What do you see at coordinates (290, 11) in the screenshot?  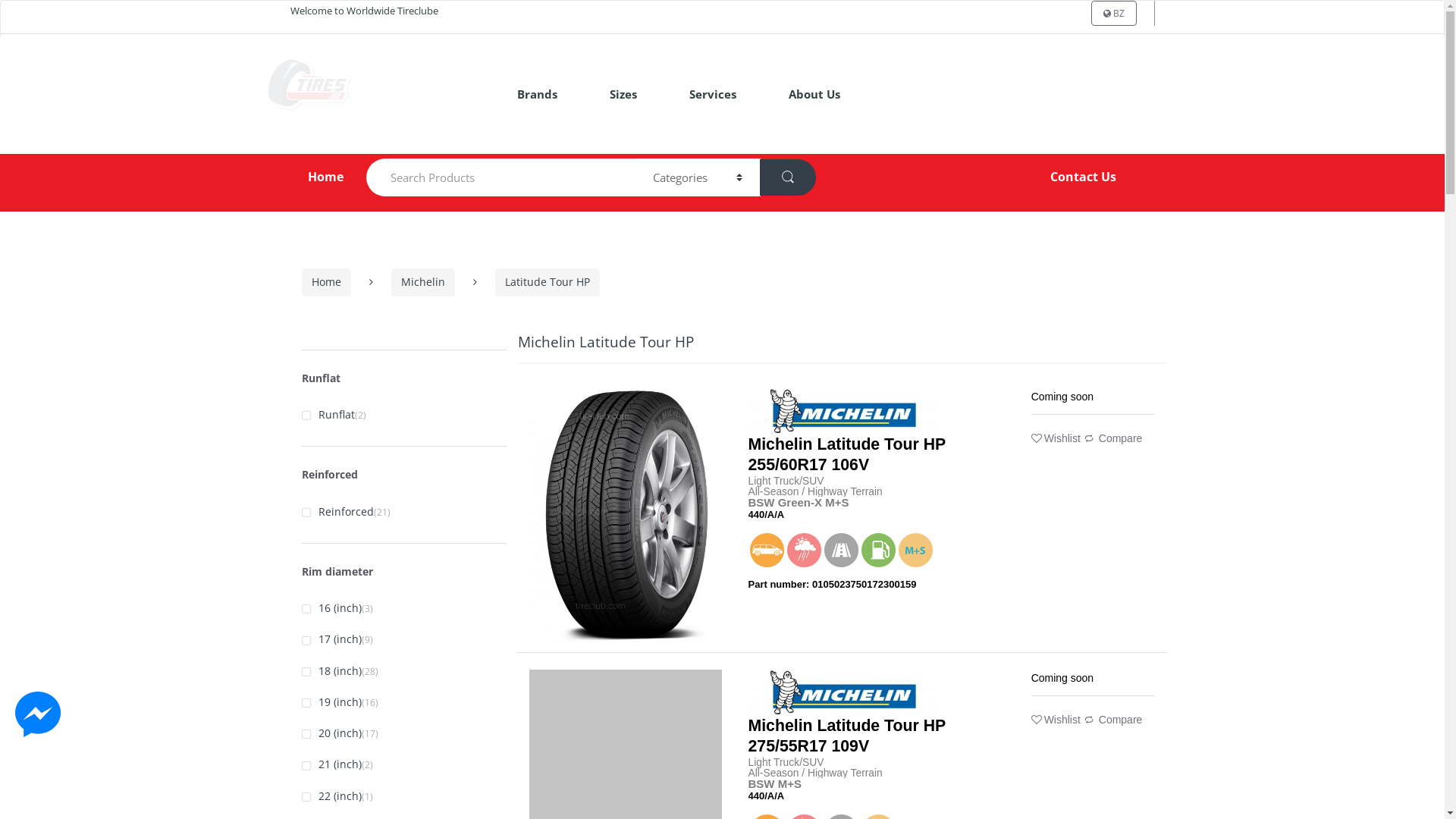 I see `'Welcome to Worldwide Tireclube'` at bounding box center [290, 11].